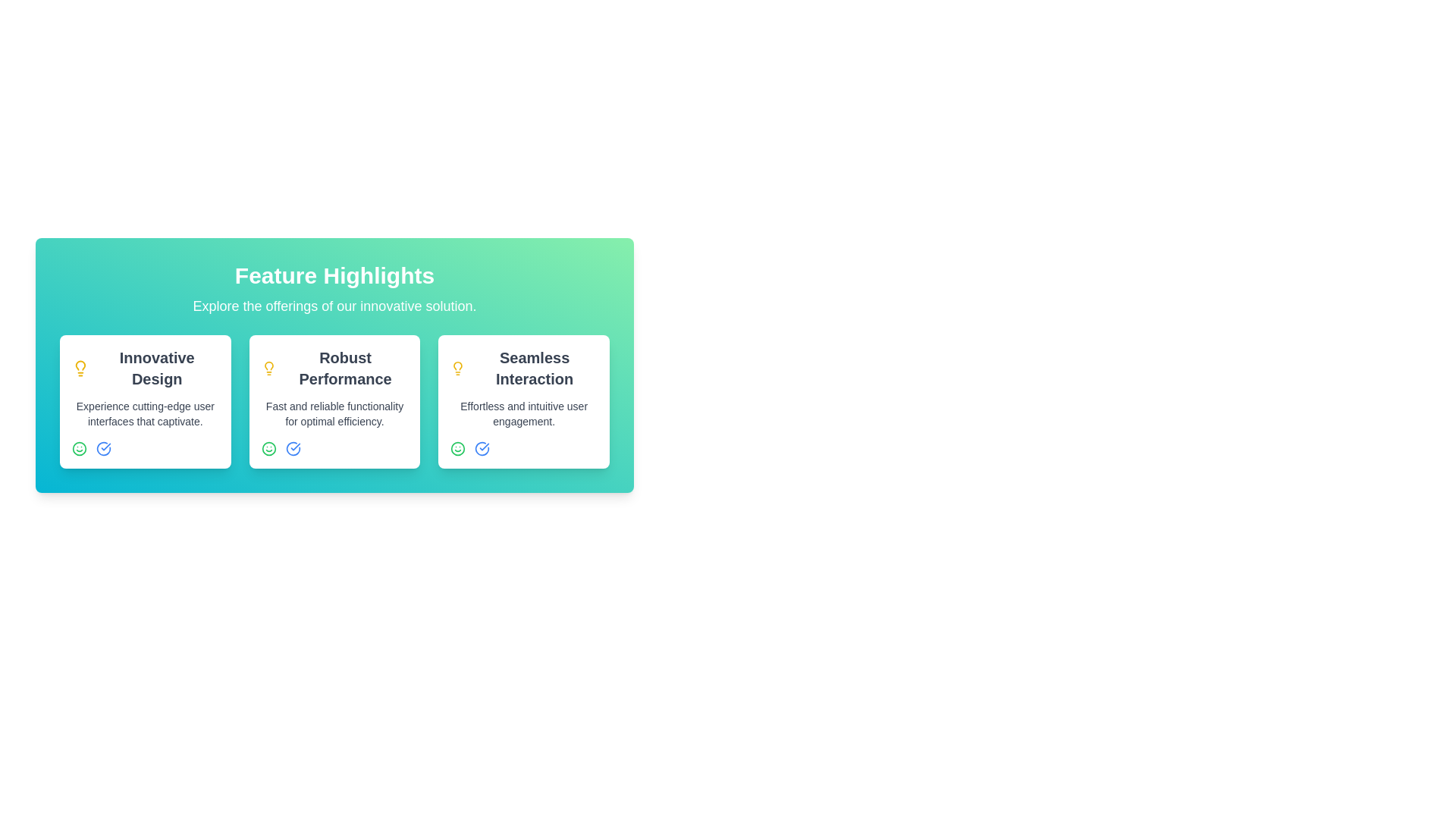 The height and width of the screenshot is (819, 1456). What do you see at coordinates (482, 447) in the screenshot?
I see `the circular icon with a blue outline and checkmark inside, located` at bounding box center [482, 447].